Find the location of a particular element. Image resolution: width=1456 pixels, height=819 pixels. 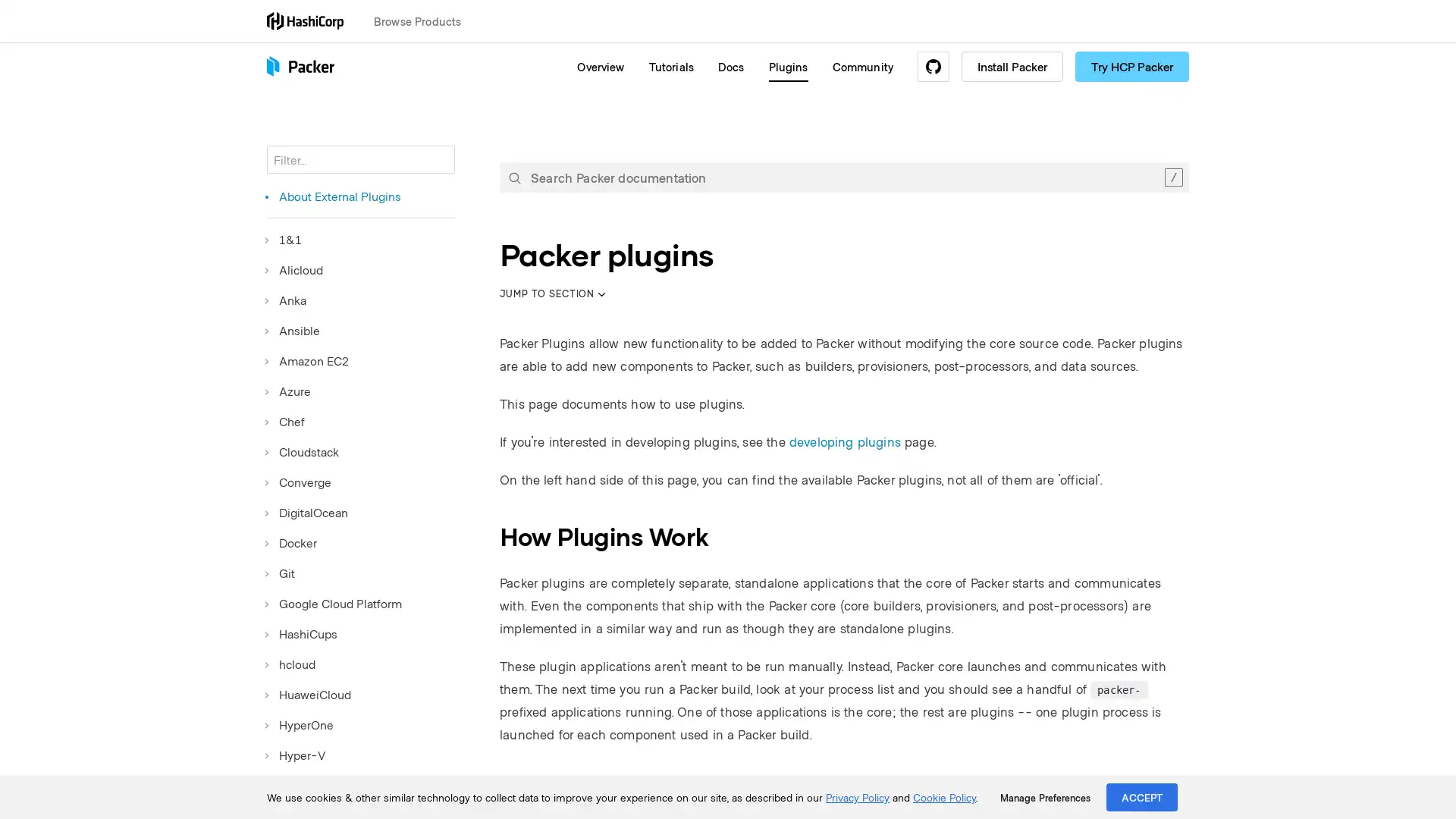

Hyper-V is located at coordinates (296, 755).